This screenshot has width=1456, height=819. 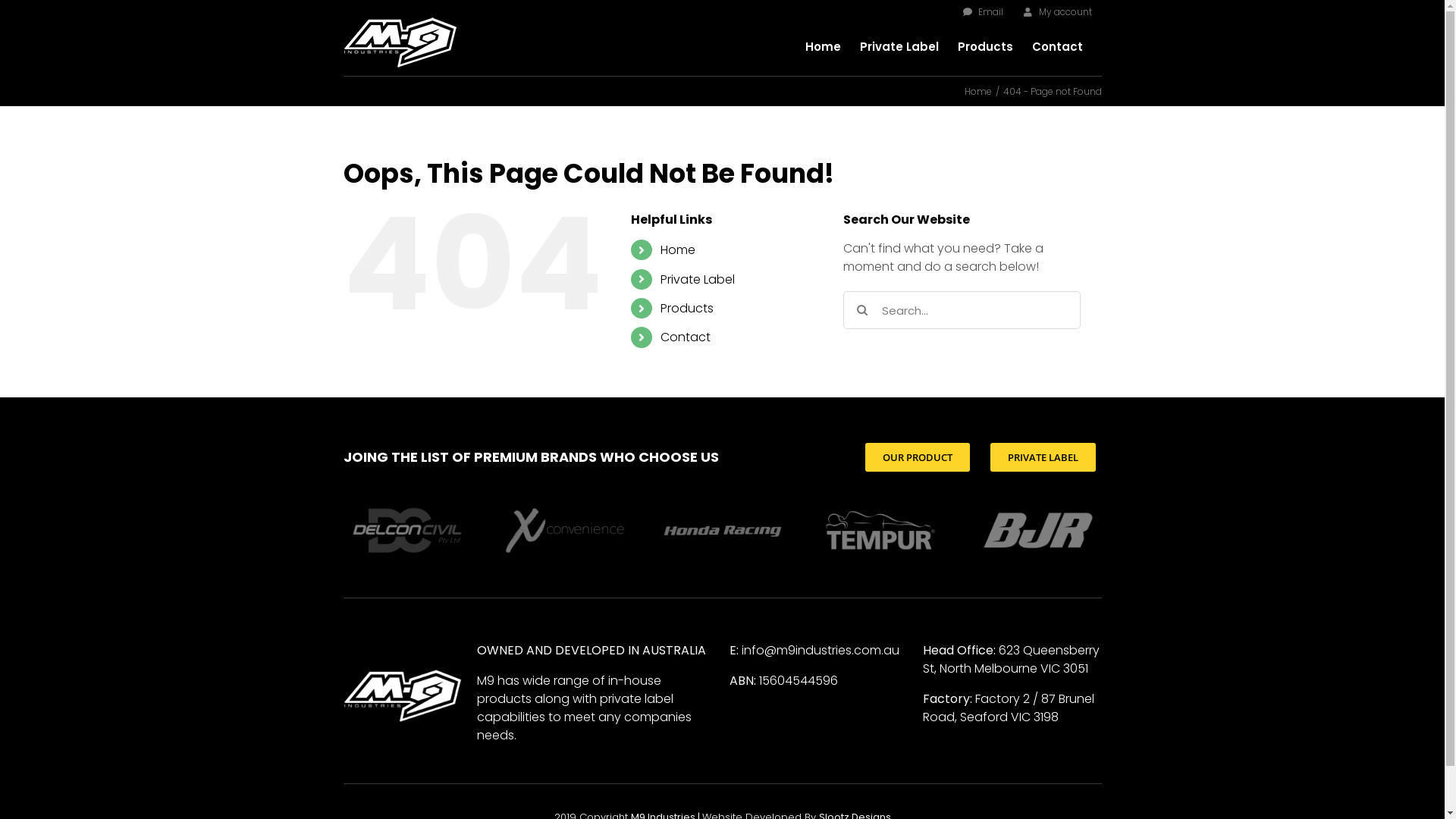 What do you see at coordinates (982, 11) in the screenshot?
I see `'Email'` at bounding box center [982, 11].